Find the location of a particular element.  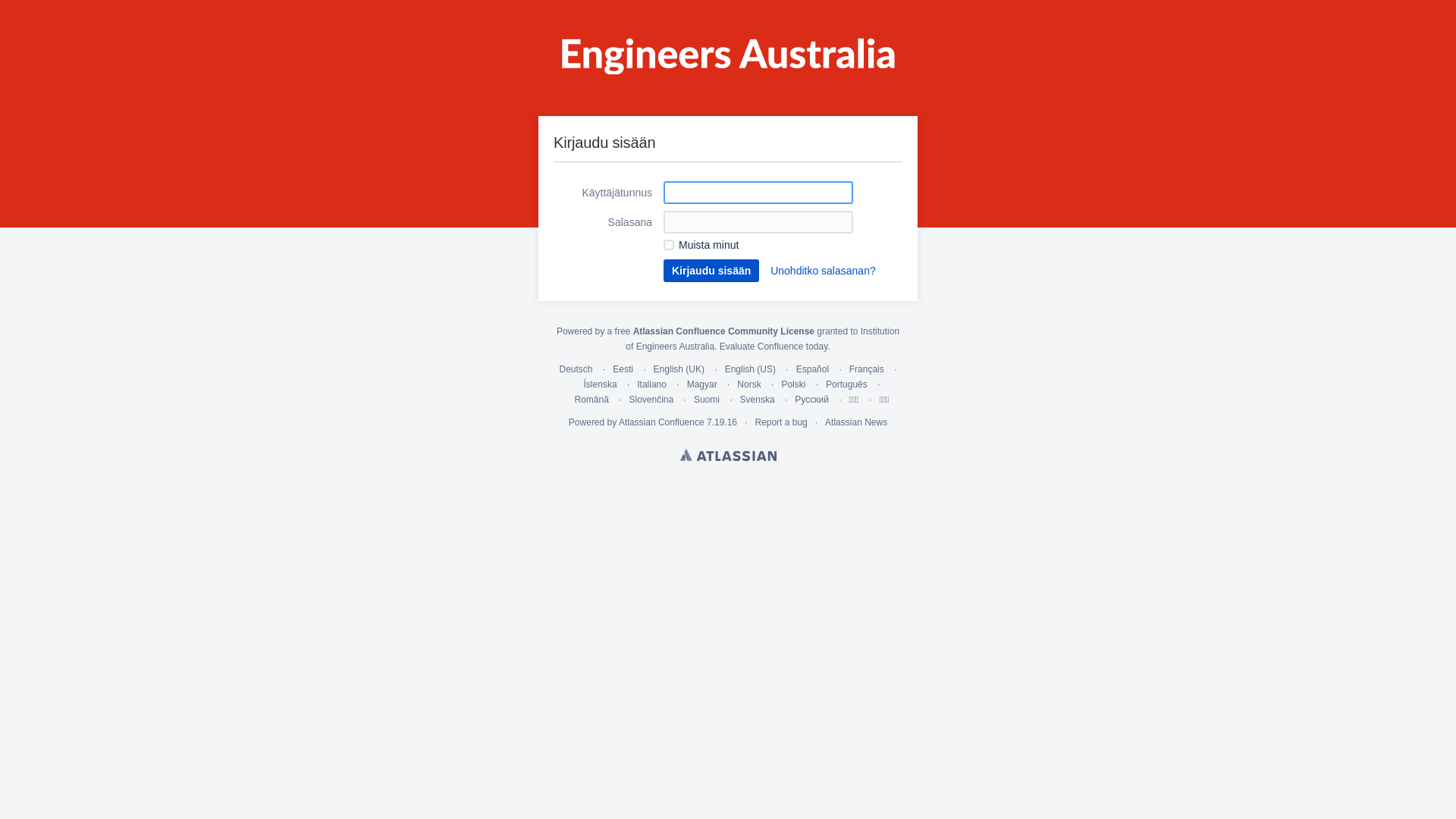

'Evaluate Confluence today' is located at coordinates (773, 346).